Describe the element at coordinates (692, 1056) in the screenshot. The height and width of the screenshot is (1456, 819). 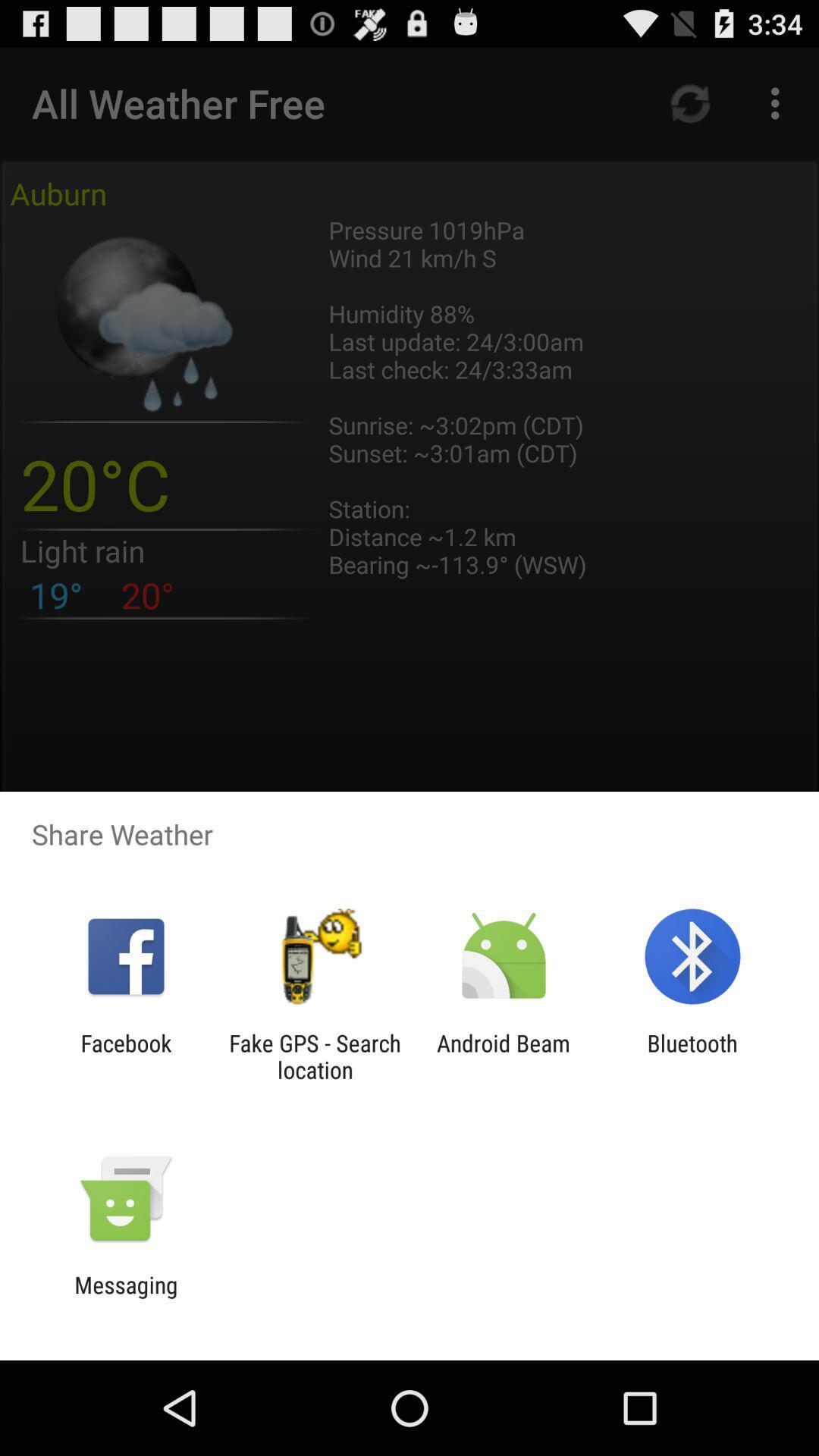
I see `item at the bottom right corner` at that location.